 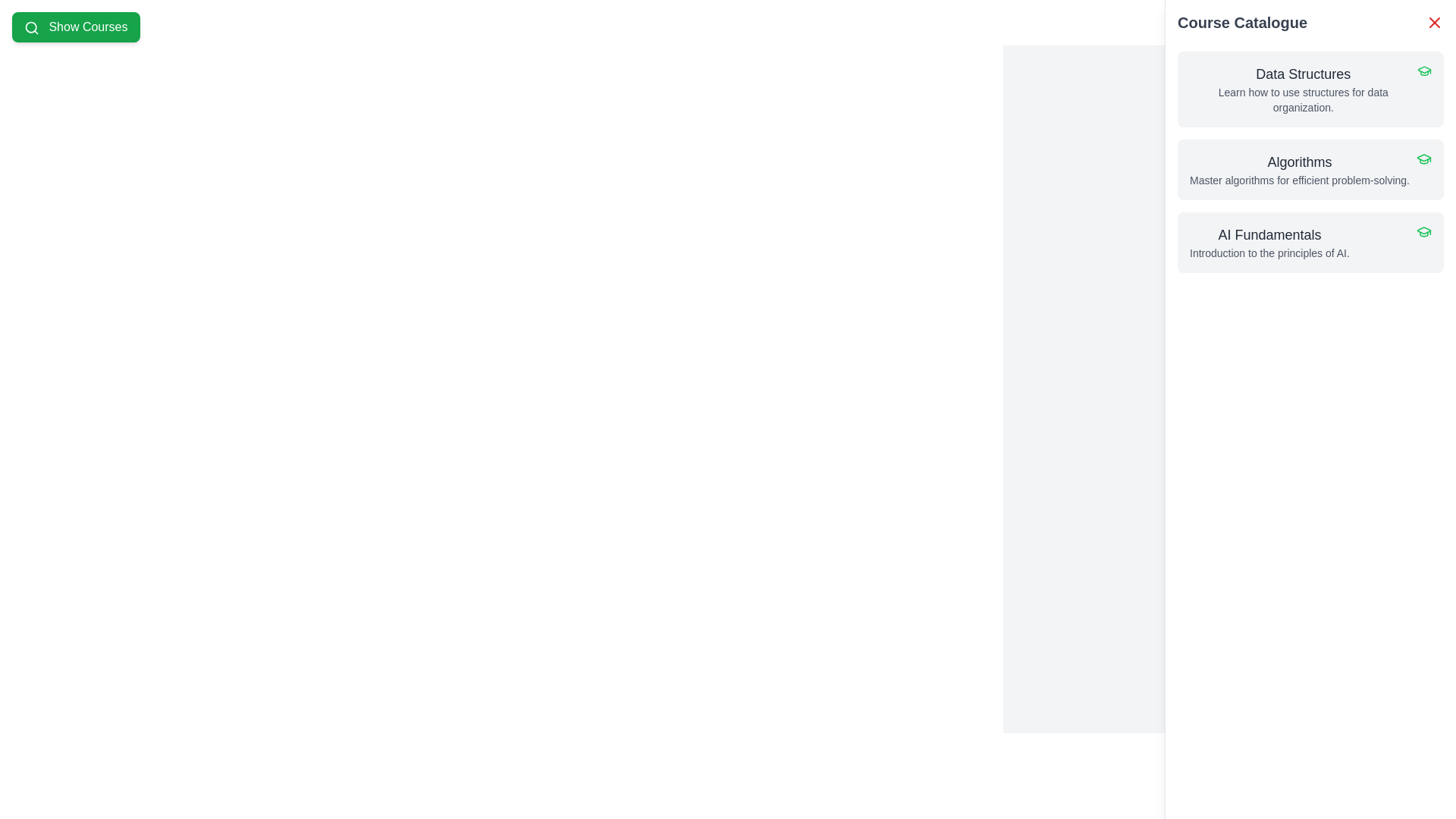 I want to click on the 'Algorithms' informative card in the list, so click(x=1298, y=169).